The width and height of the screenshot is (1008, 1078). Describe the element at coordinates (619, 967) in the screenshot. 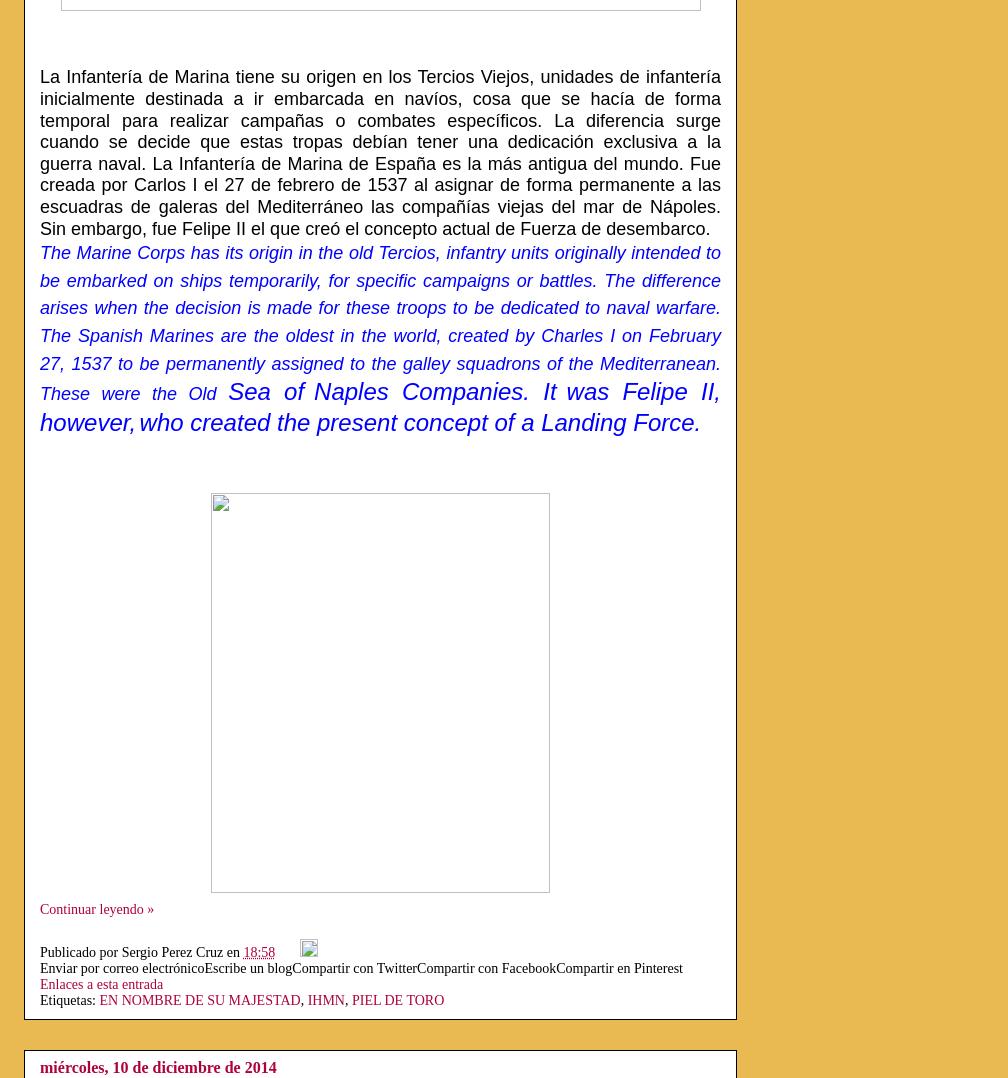

I see `'Compartir en Pinterest'` at that location.